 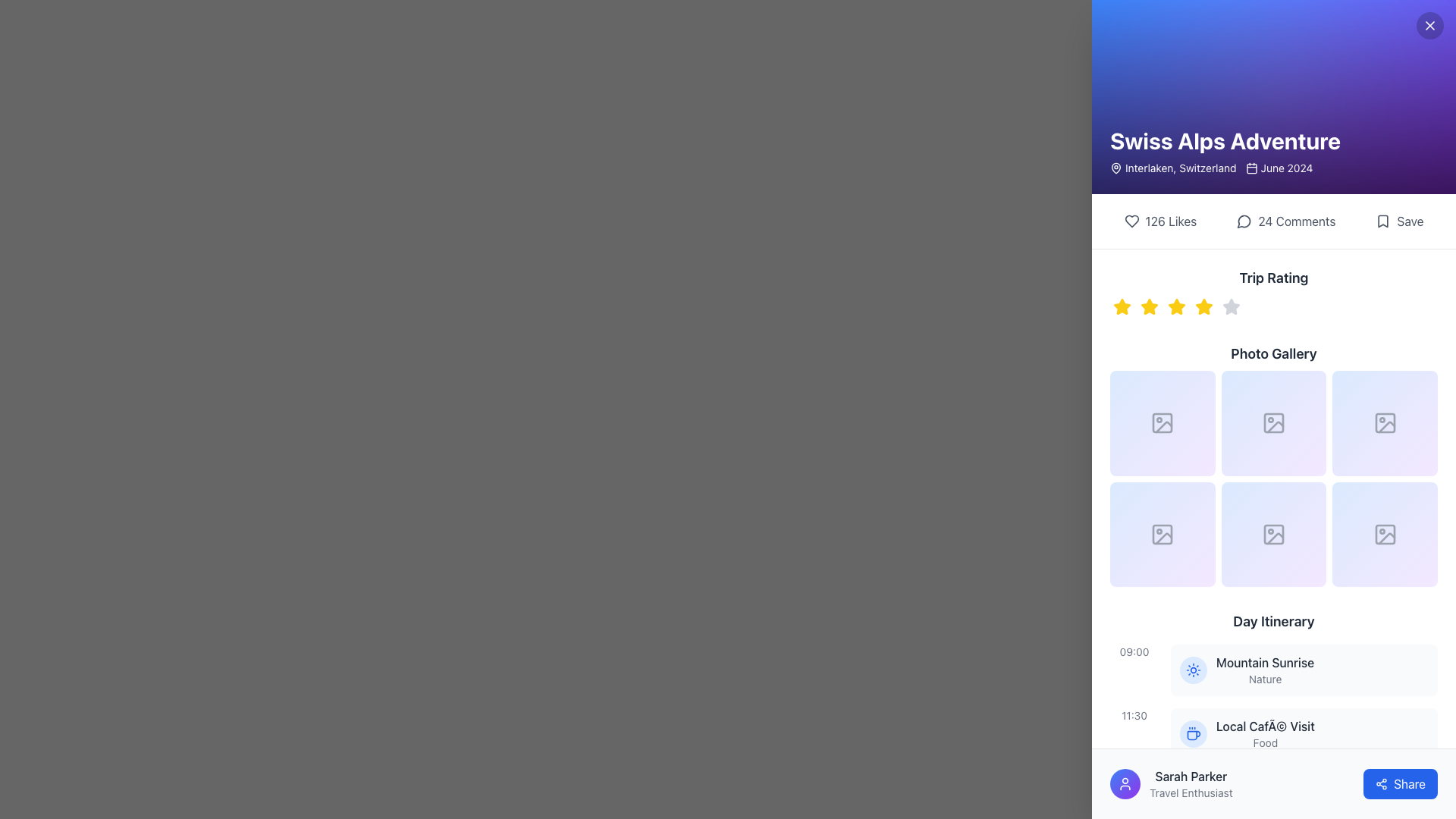 I want to click on the non-interactive informational panel displaying the 'Mountain Sunrise' activity in the Day Itinerary section, located under the time slot '09:00', so click(x=1303, y=669).